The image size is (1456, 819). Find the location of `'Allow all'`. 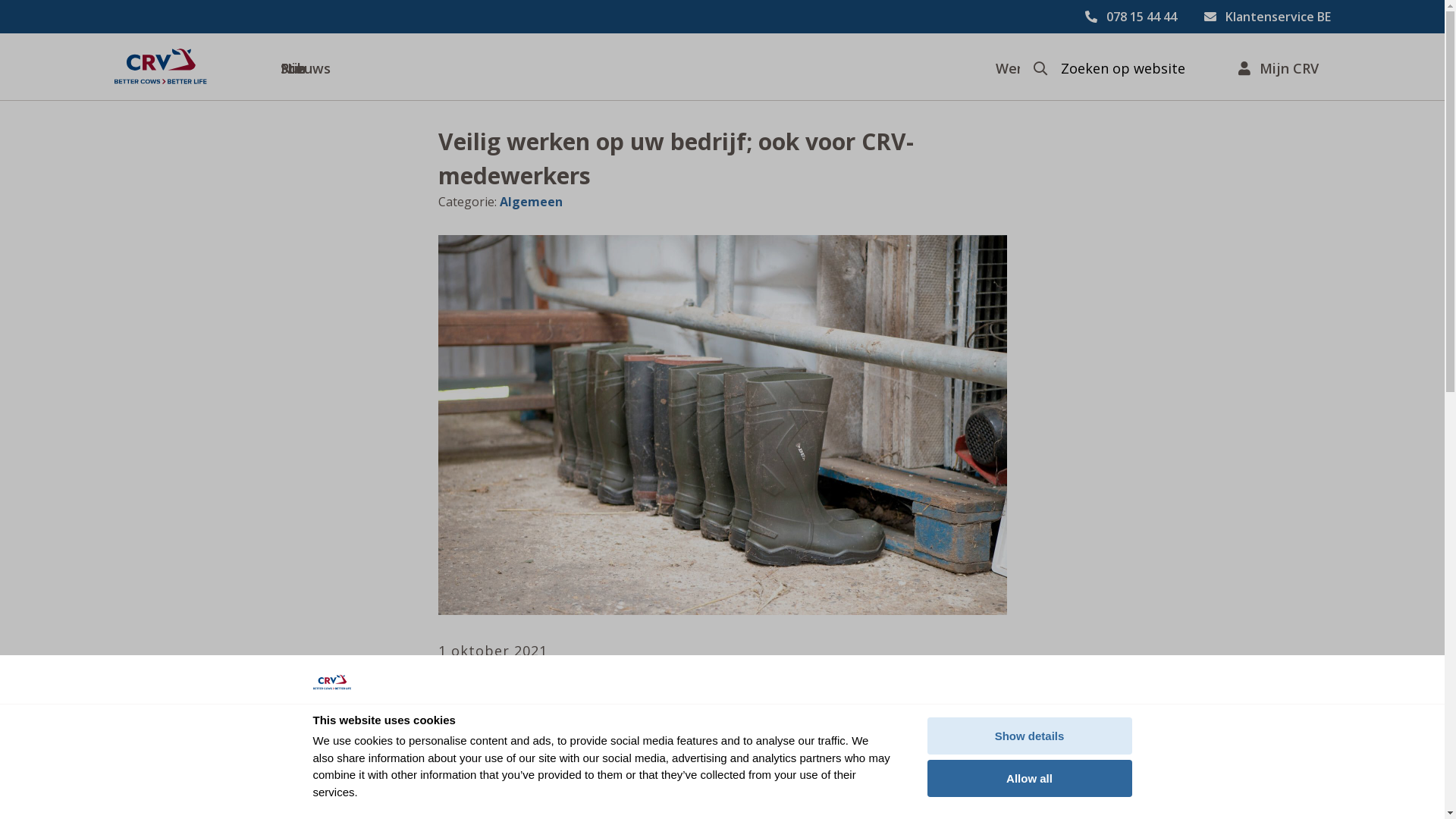

'Allow all' is located at coordinates (1029, 778).